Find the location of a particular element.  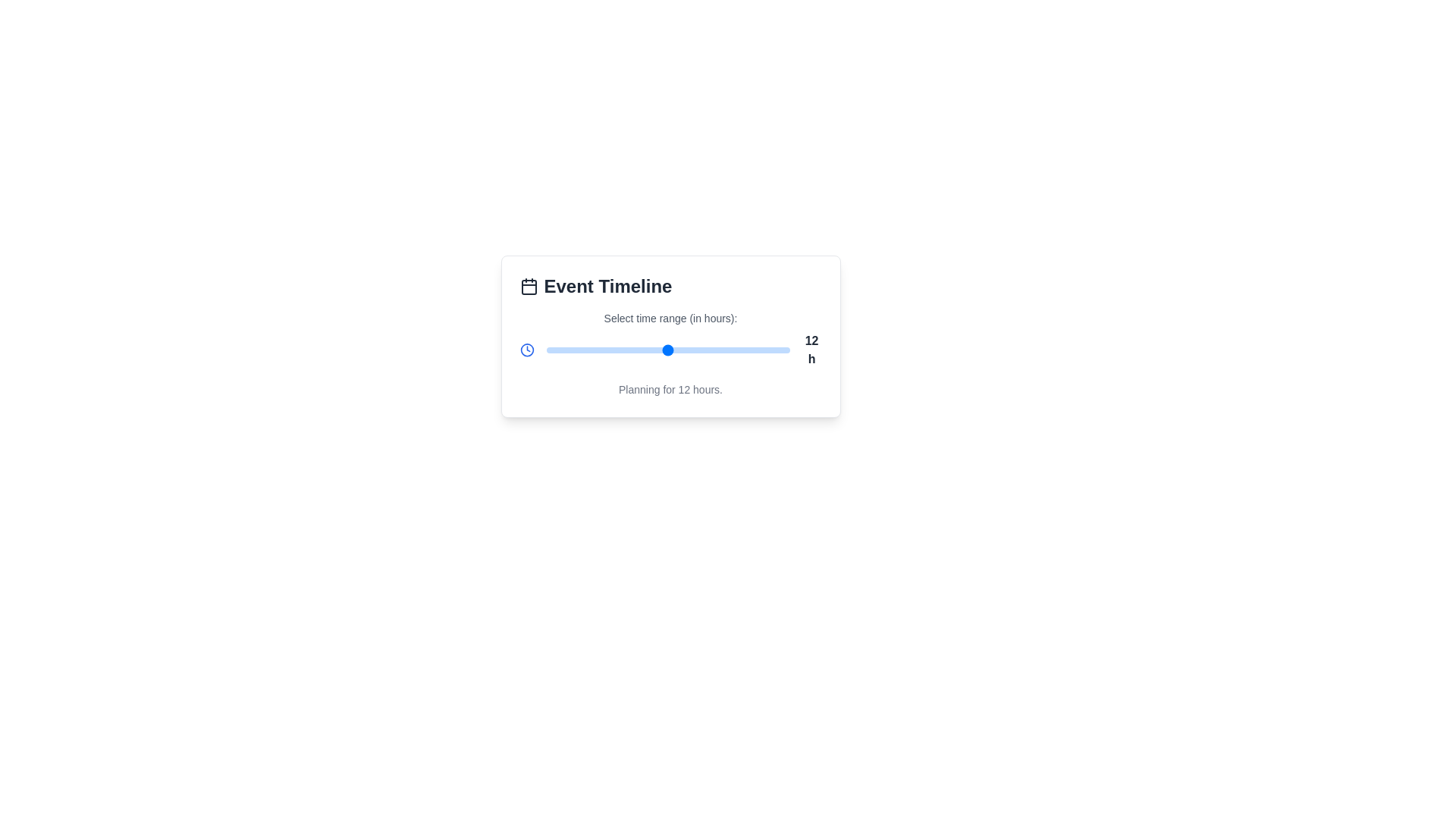

the number of hours is located at coordinates (729, 350).